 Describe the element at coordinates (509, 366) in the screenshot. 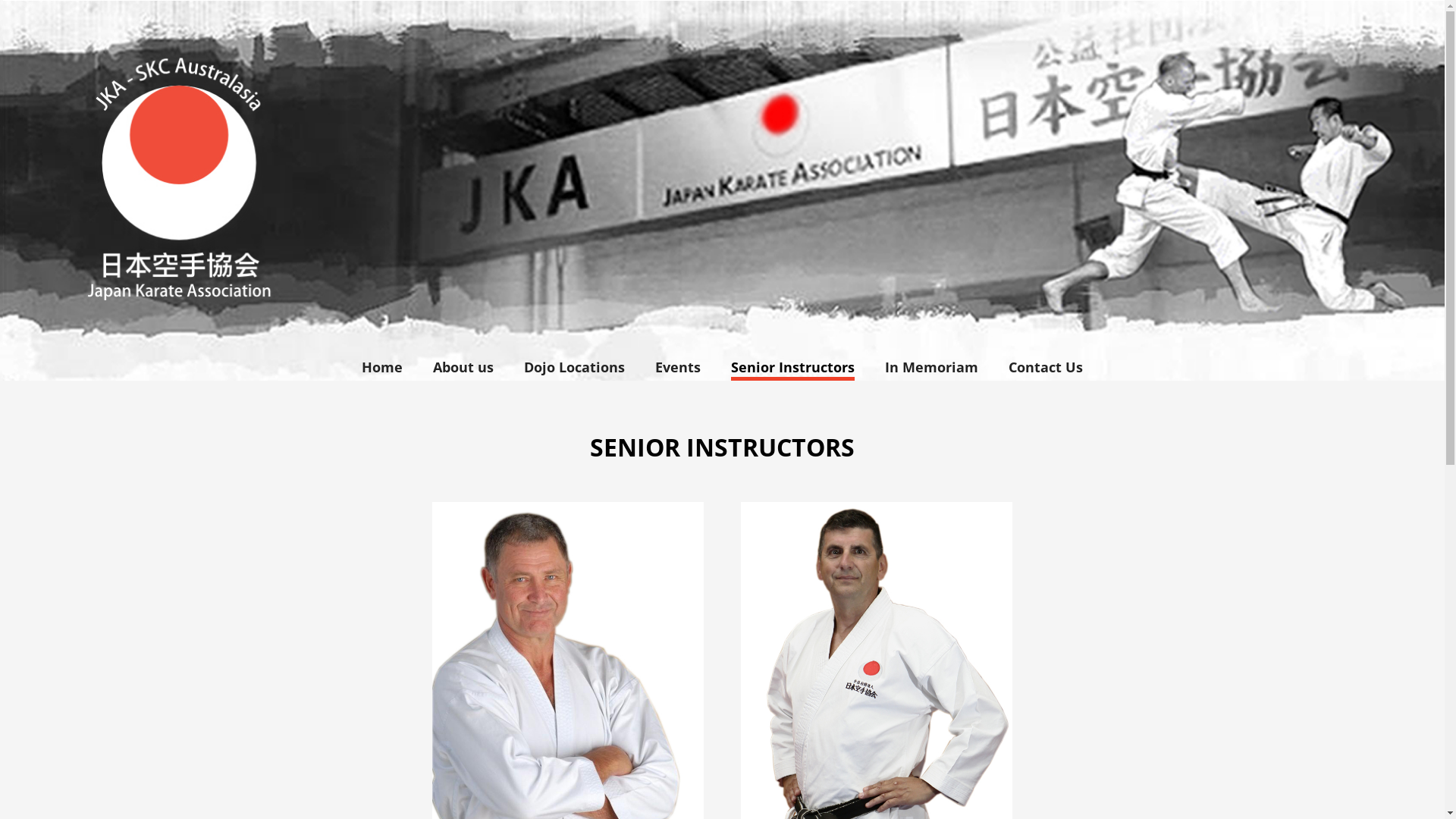

I see `'Dojo Locations'` at that location.